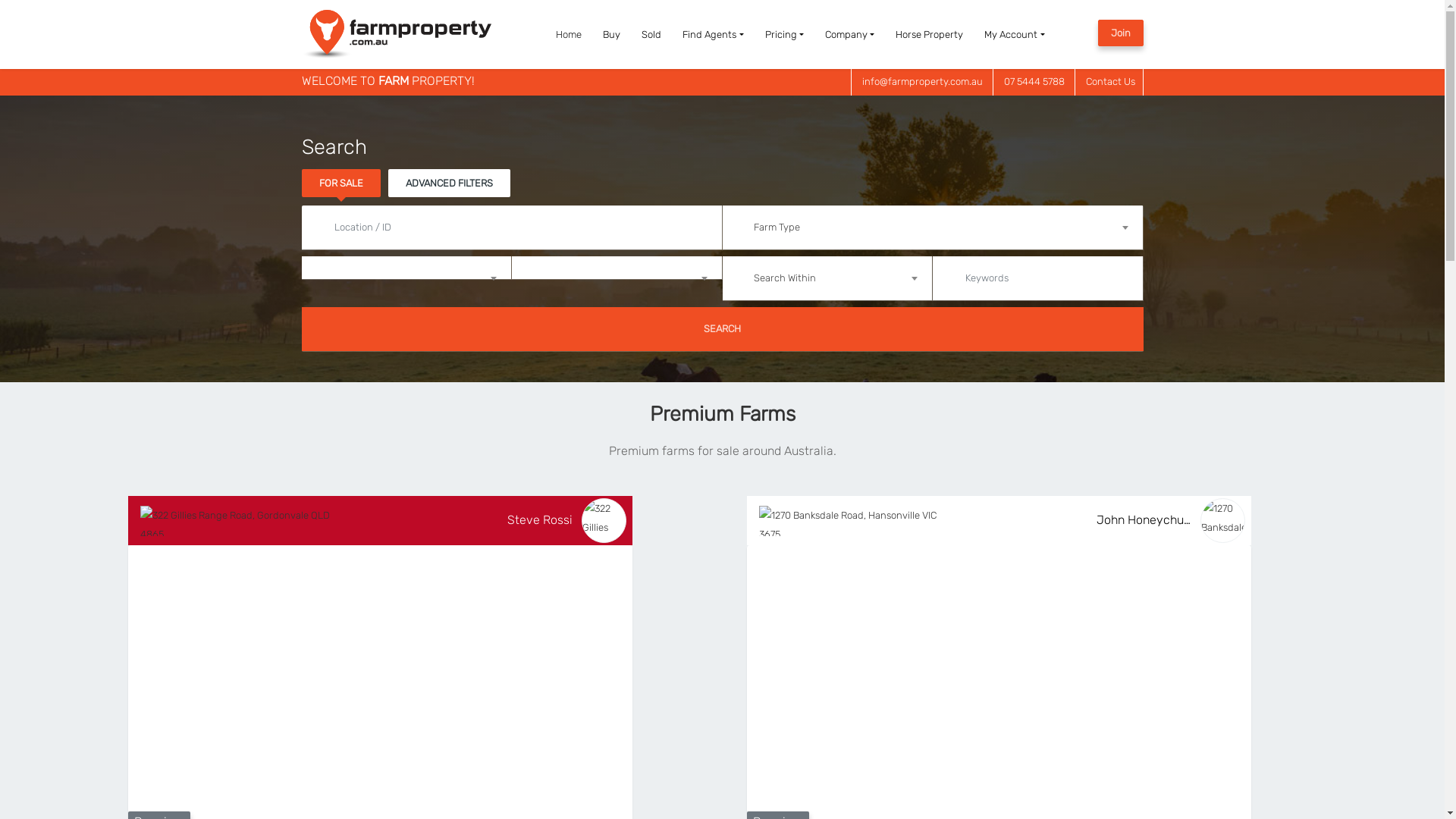 Image resolution: width=1456 pixels, height=819 pixels. What do you see at coordinates (921, 81) in the screenshot?
I see `'info@farmproperty.com.au'` at bounding box center [921, 81].